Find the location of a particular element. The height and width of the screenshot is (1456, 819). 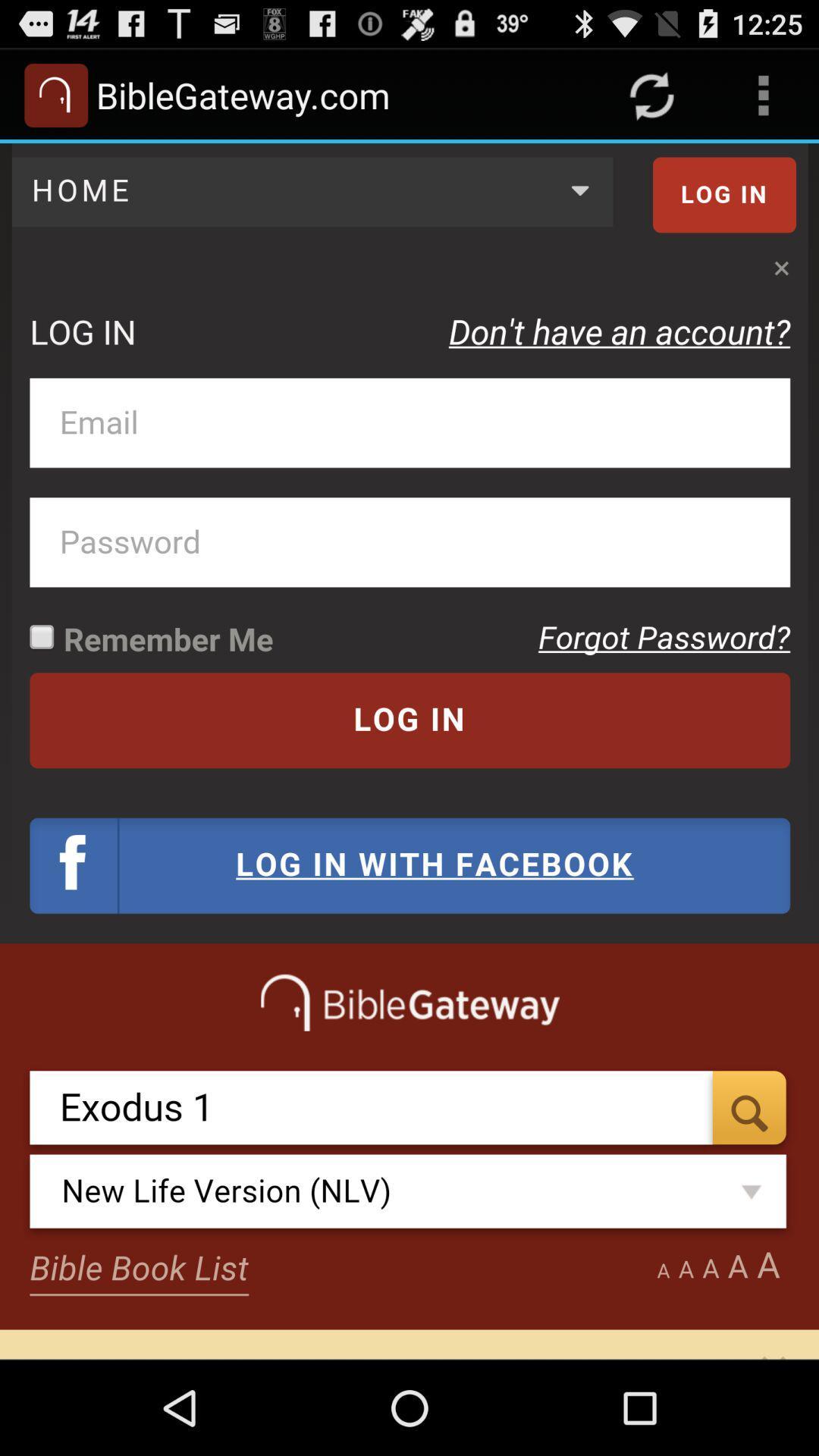

bible gateway.com details in screen is located at coordinates (409, 751).